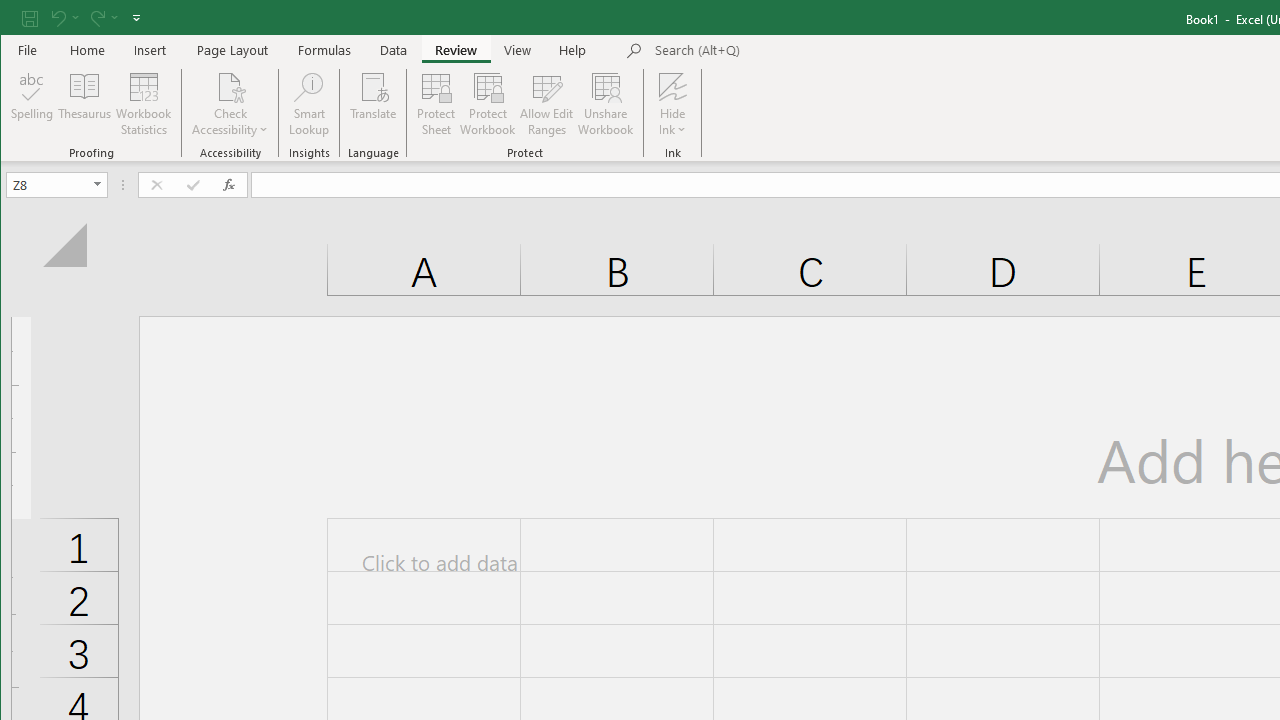 This screenshot has width=1280, height=720. I want to click on 'Smart Lookup', so click(308, 104).